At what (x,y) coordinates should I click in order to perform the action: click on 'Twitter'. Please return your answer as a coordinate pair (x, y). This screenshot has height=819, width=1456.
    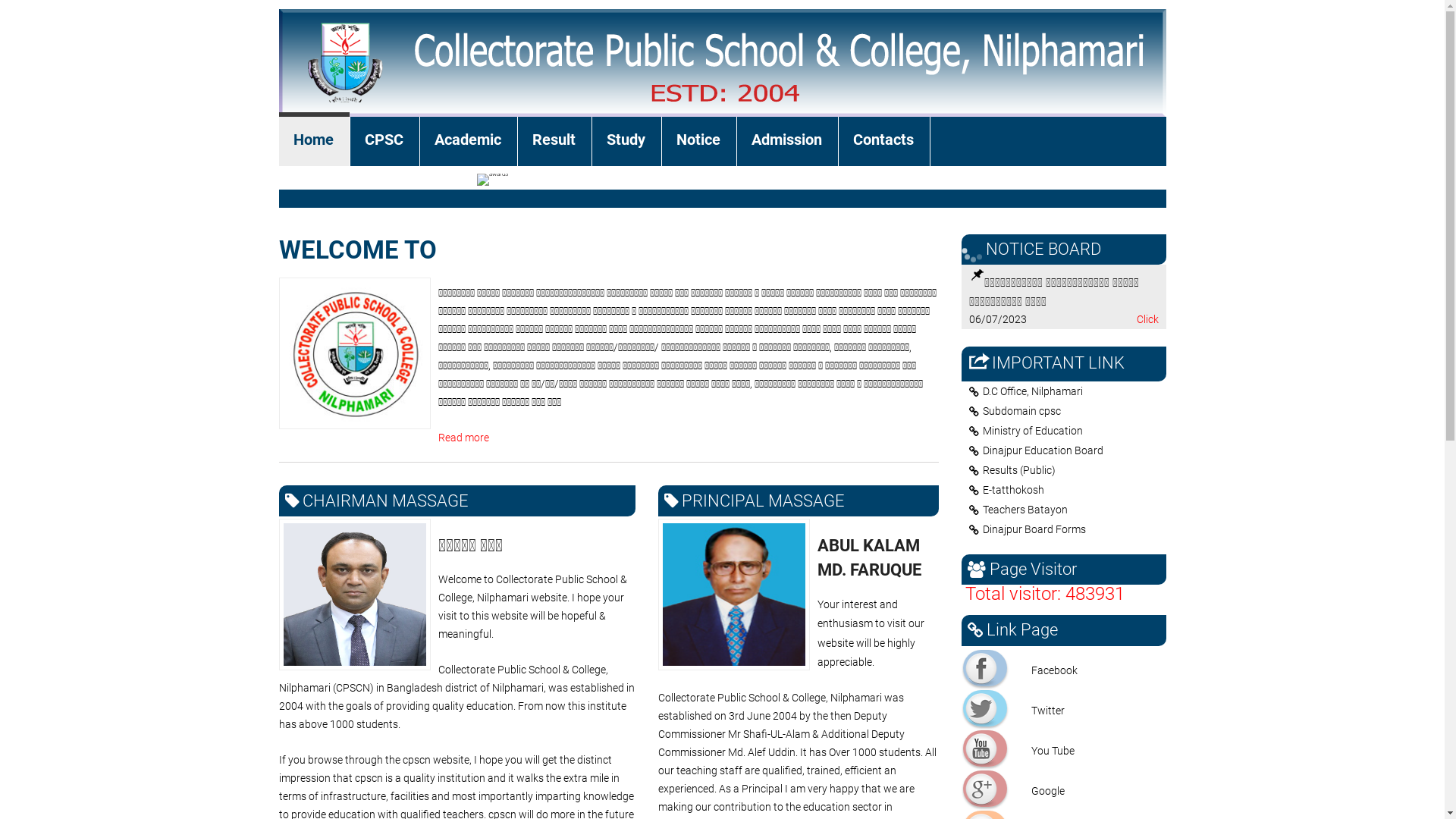
    Looking at the image, I should click on (985, 708).